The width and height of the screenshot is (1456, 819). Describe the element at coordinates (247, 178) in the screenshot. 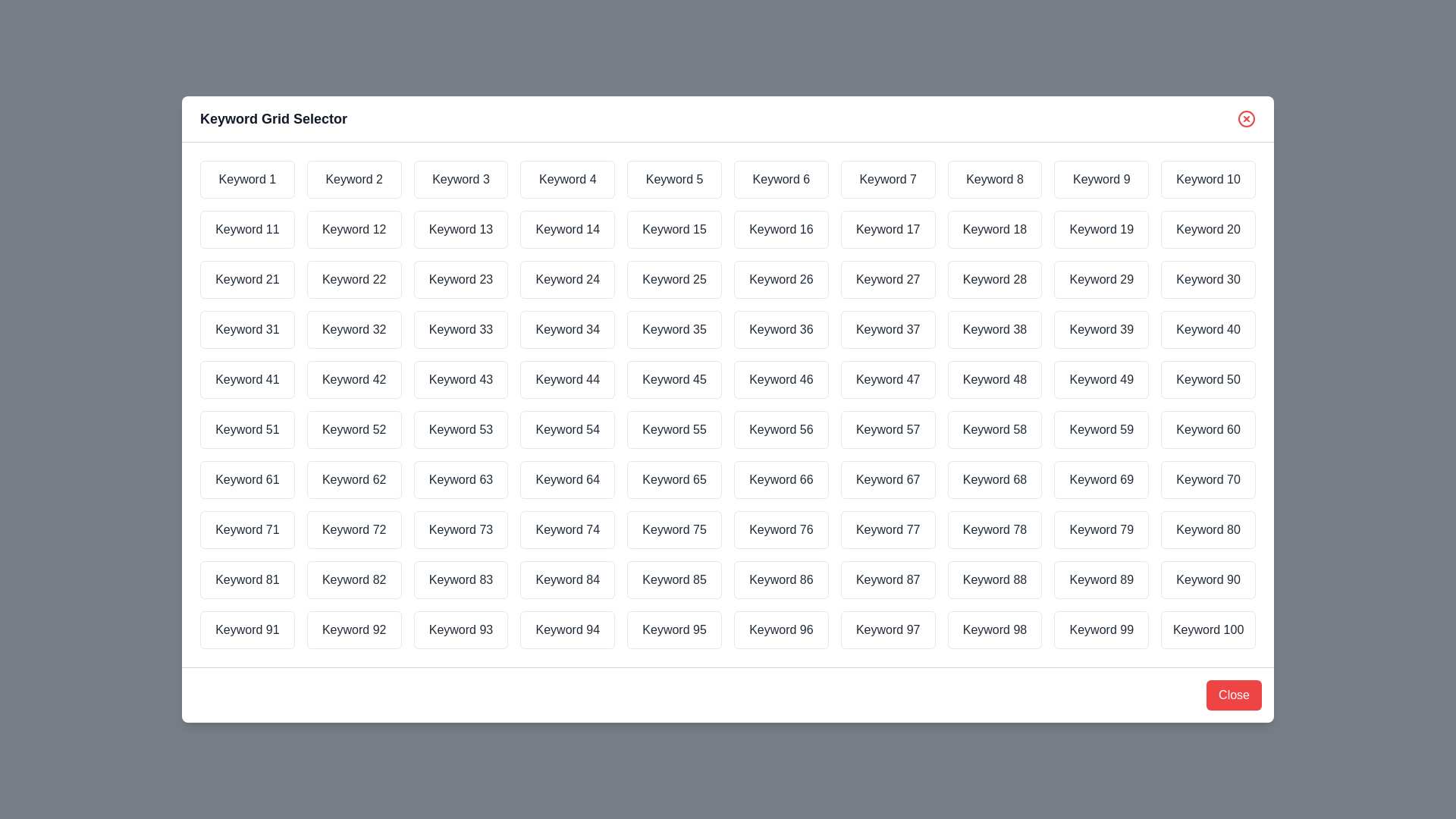

I see `the keyword Keyword 1 by clicking on it` at that location.